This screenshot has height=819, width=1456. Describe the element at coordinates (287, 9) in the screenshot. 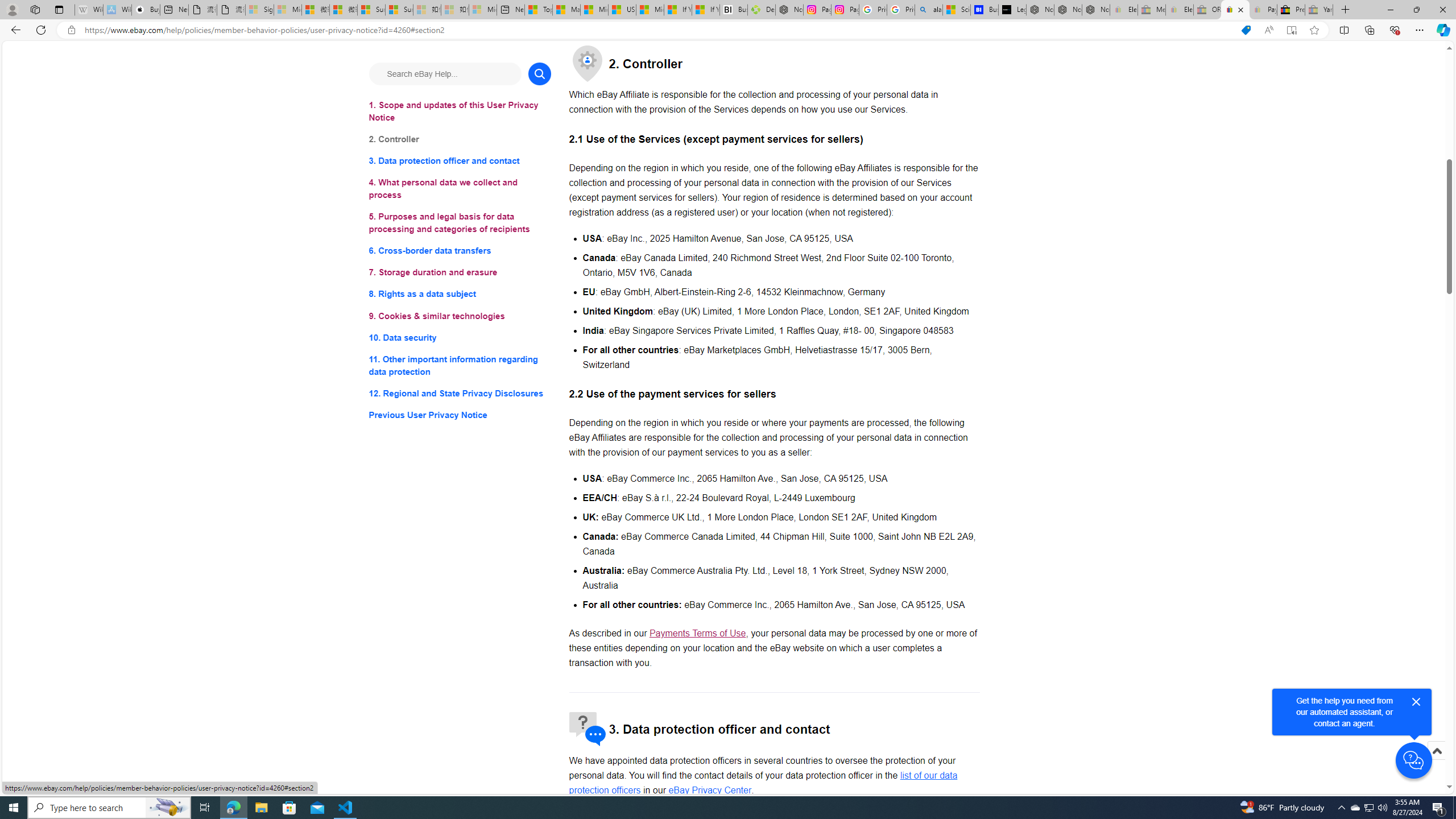

I see `'Microsoft Services Agreement - Sleeping'` at that location.